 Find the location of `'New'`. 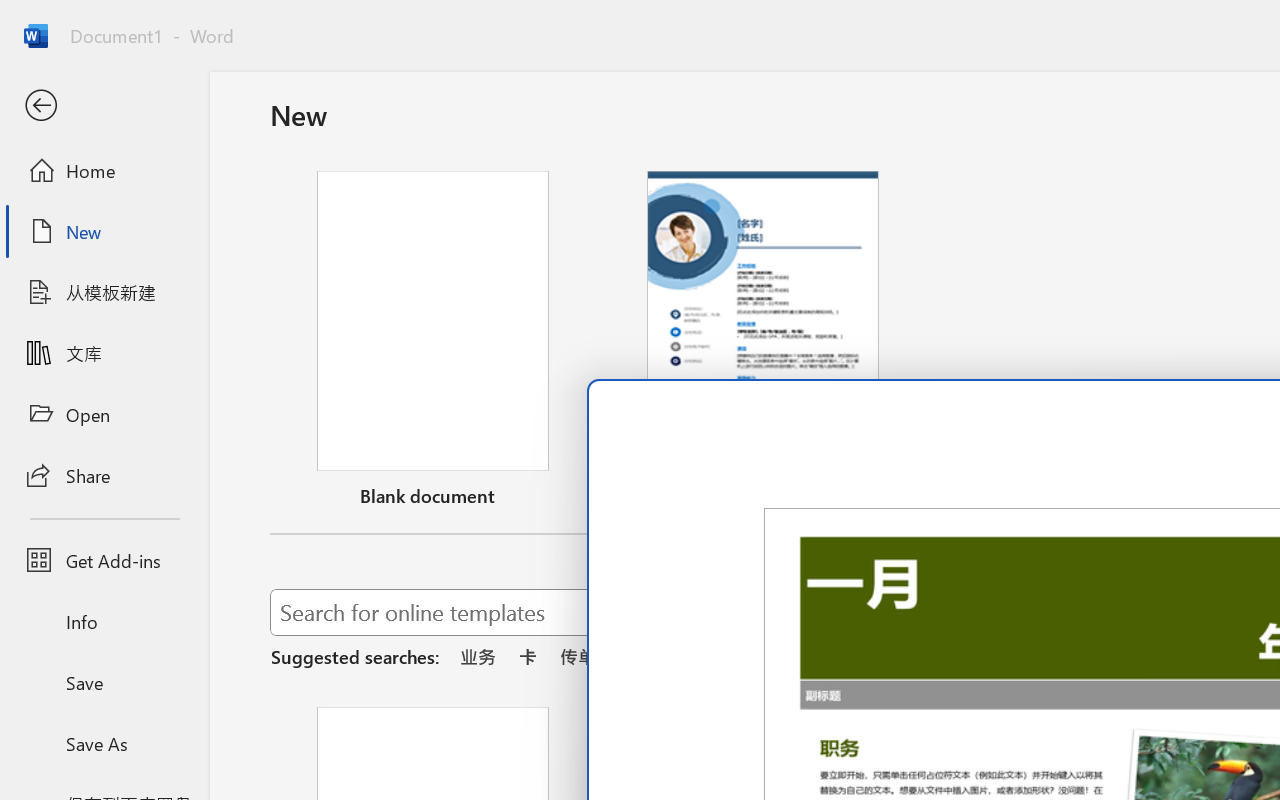

'New' is located at coordinates (103, 231).